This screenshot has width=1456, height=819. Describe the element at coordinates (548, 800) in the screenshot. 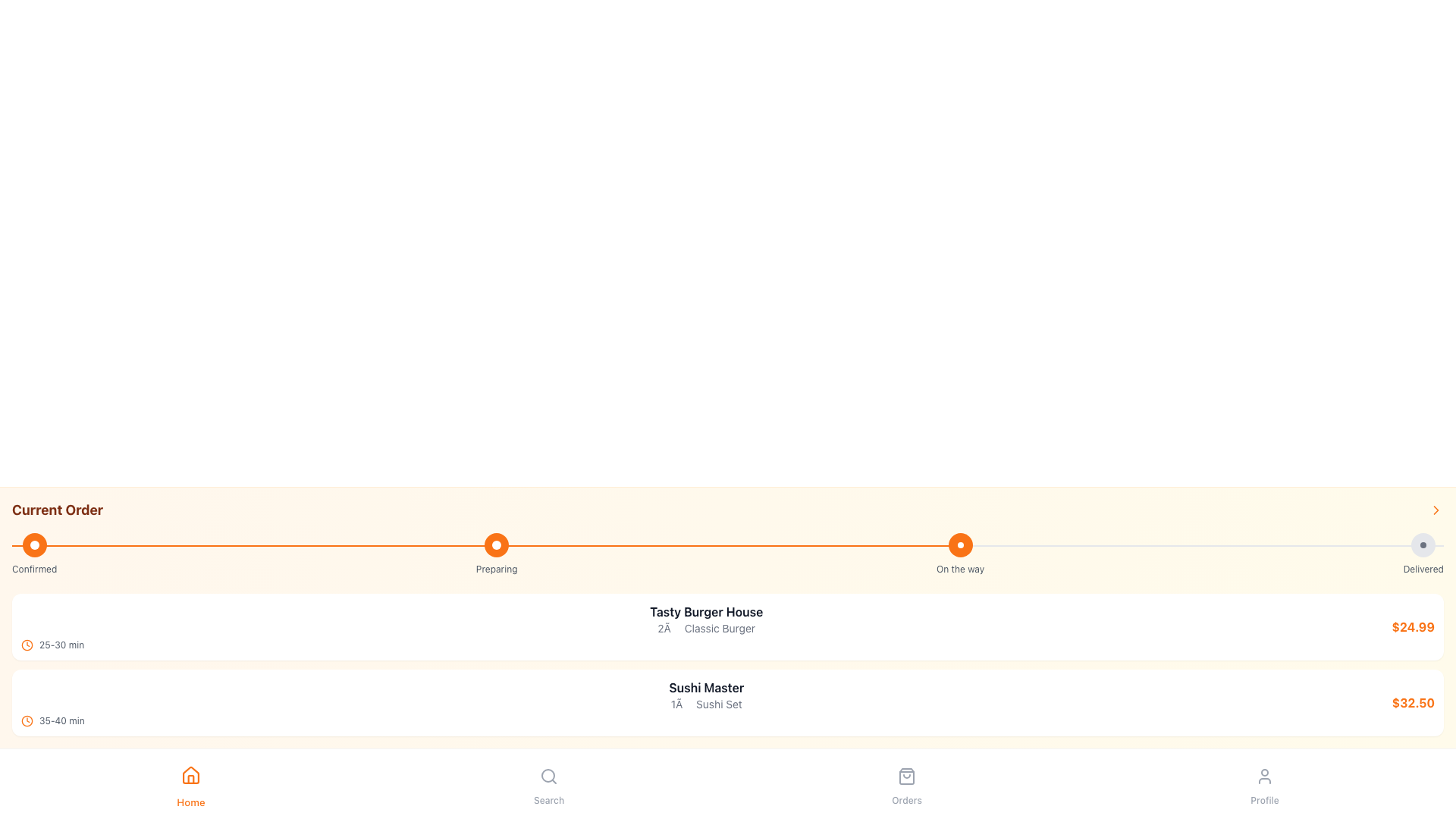

I see `the 'Search' label, which is a small gray text label located beneath a magnifying glass icon in the navigation bar` at that location.